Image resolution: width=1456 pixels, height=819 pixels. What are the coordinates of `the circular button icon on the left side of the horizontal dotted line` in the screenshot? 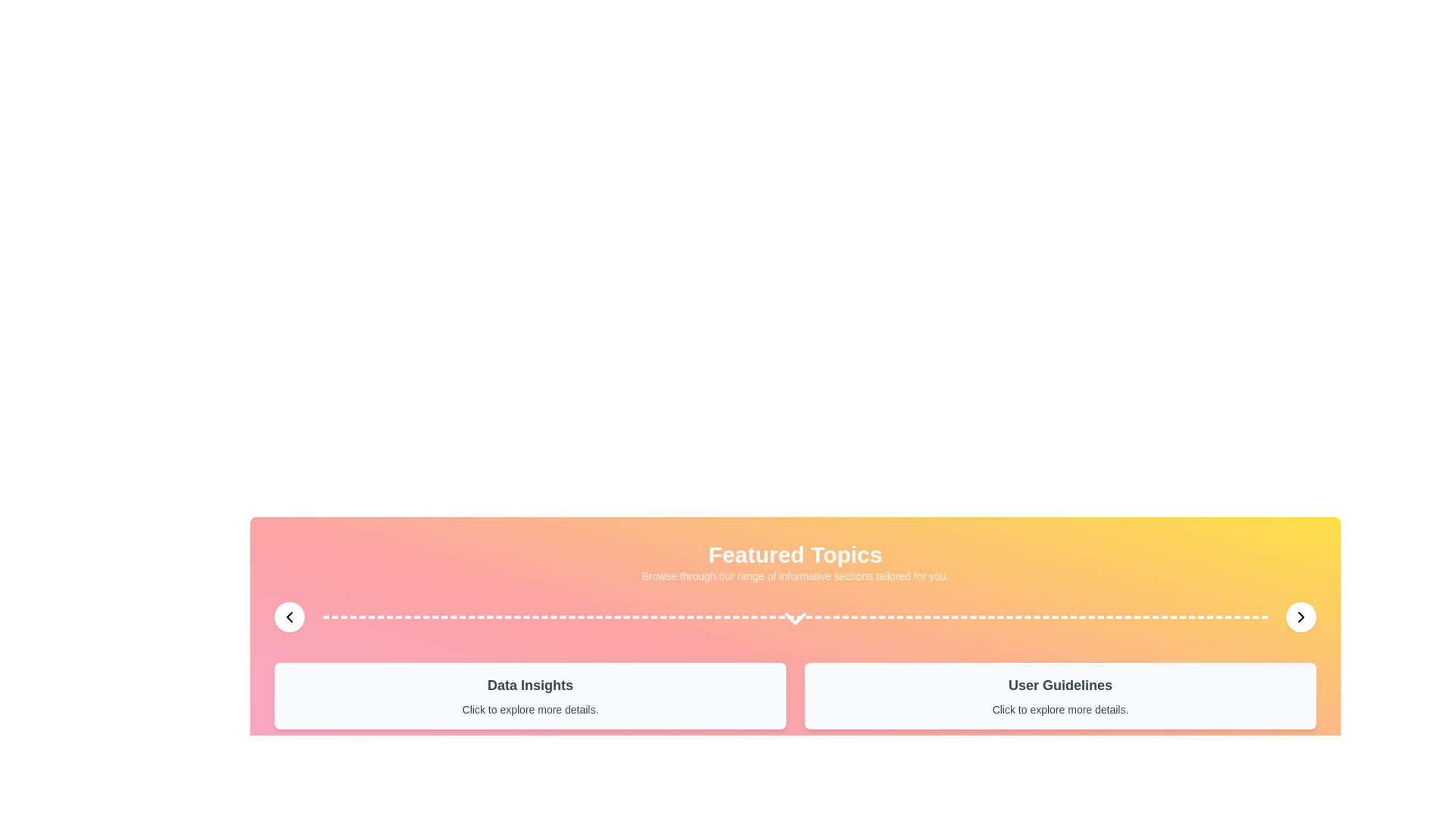 It's located at (290, 617).